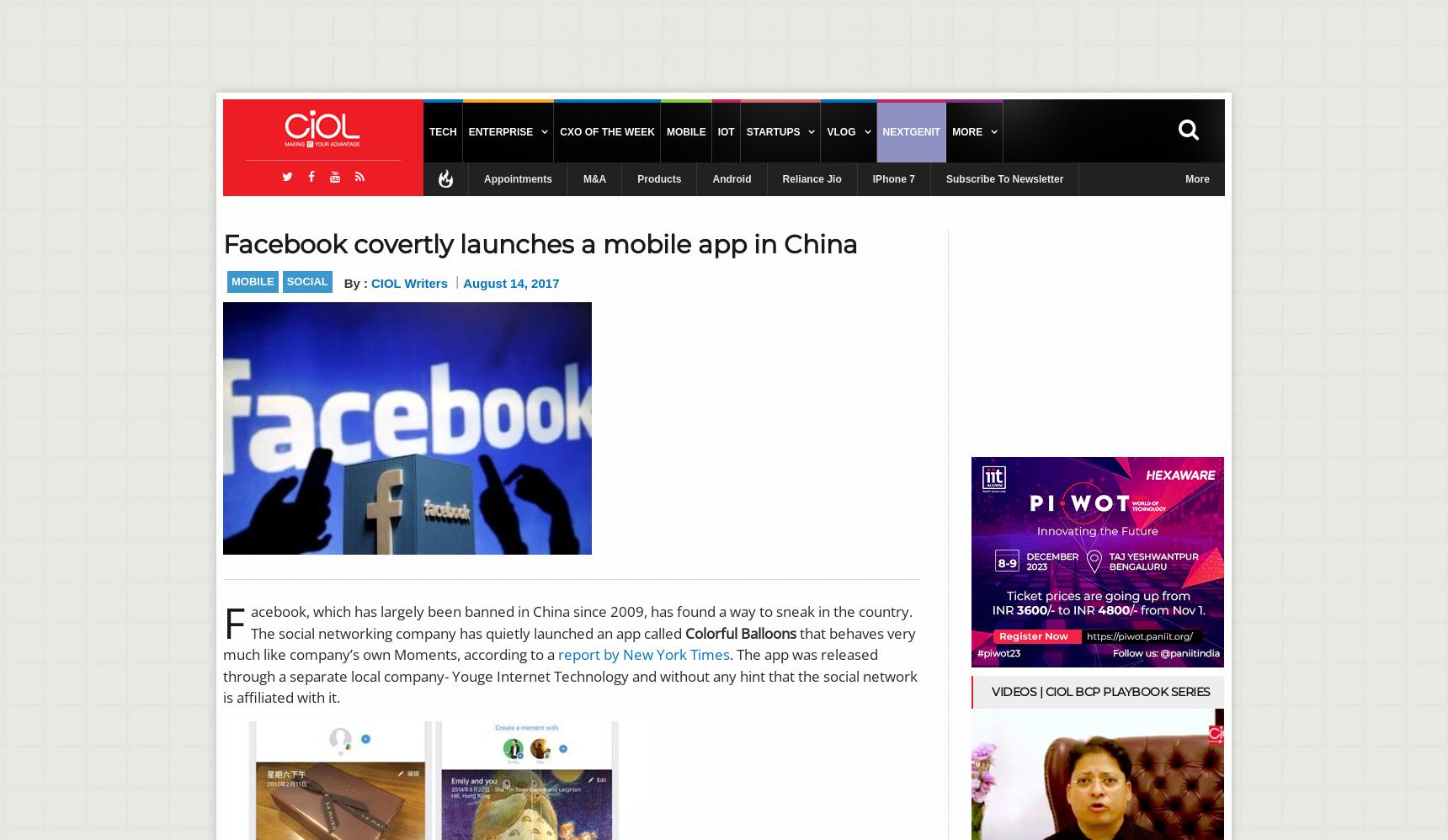 This screenshot has width=1448, height=840. Describe the element at coordinates (442, 130) in the screenshot. I see `'Tech'` at that location.